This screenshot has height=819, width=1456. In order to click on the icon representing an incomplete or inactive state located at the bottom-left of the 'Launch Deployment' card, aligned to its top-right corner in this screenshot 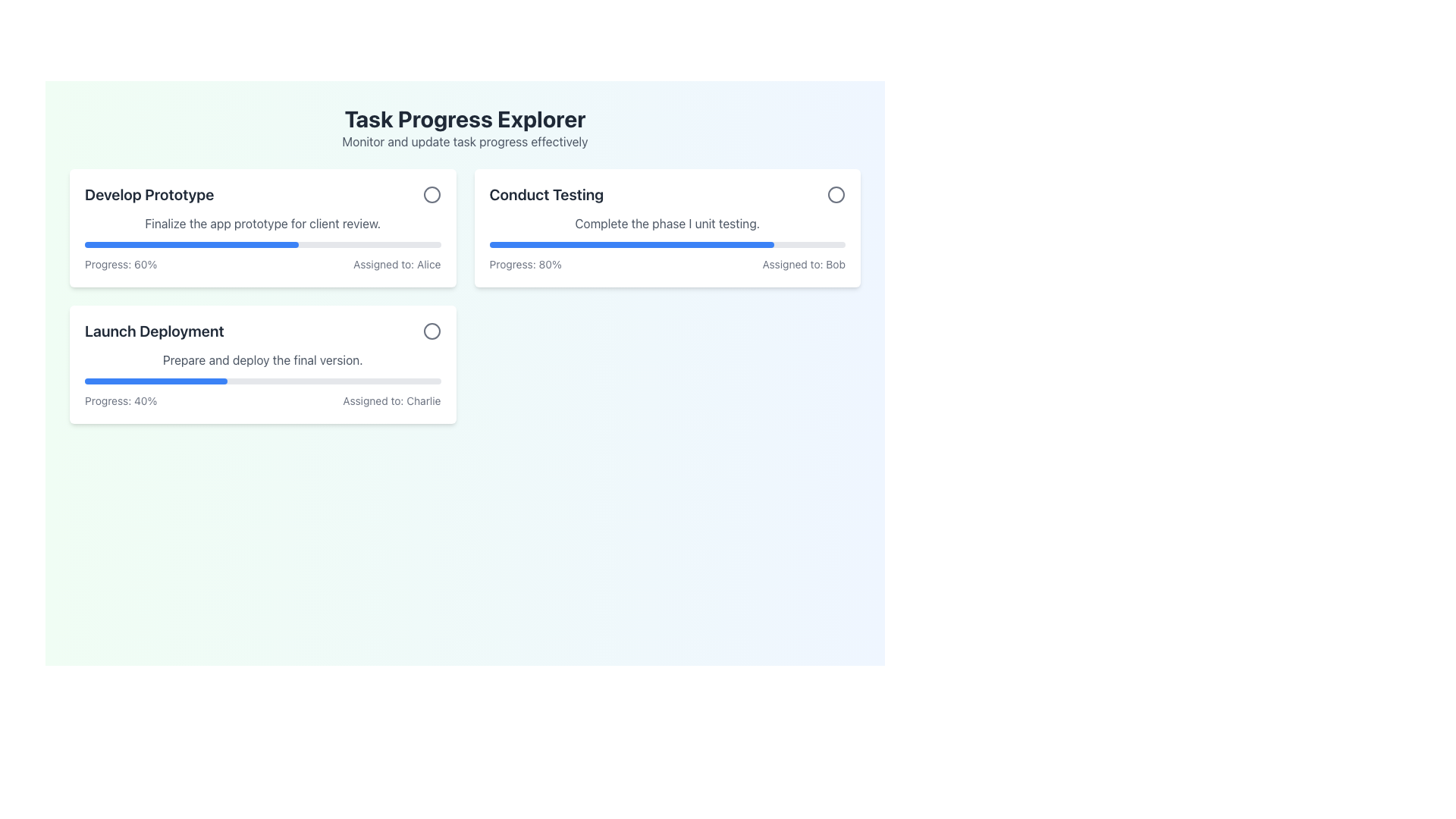, I will do `click(431, 330)`.